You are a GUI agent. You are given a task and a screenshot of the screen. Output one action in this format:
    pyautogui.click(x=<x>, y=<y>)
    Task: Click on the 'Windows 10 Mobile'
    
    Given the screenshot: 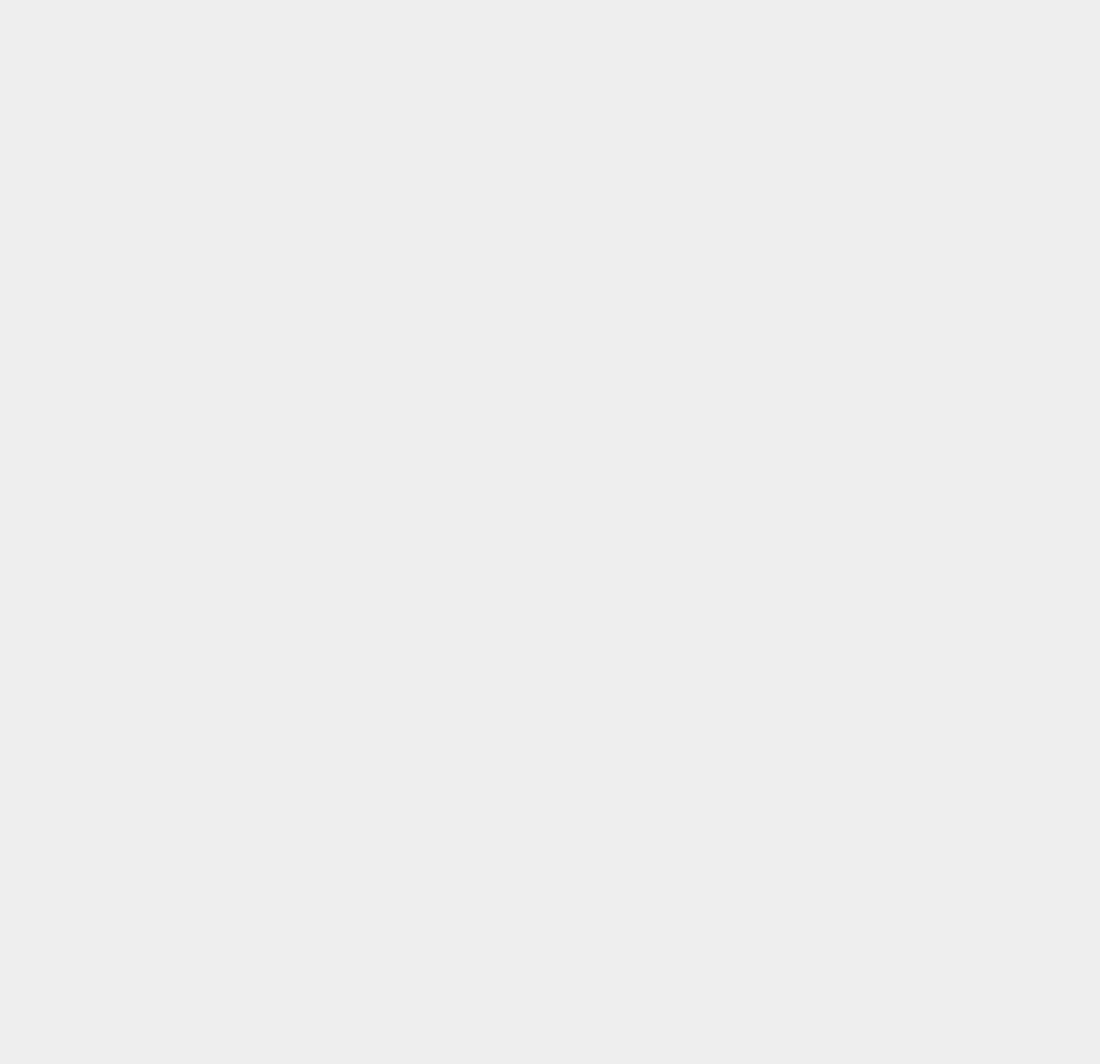 What is the action you would take?
    pyautogui.click(x=836, y=806)
    